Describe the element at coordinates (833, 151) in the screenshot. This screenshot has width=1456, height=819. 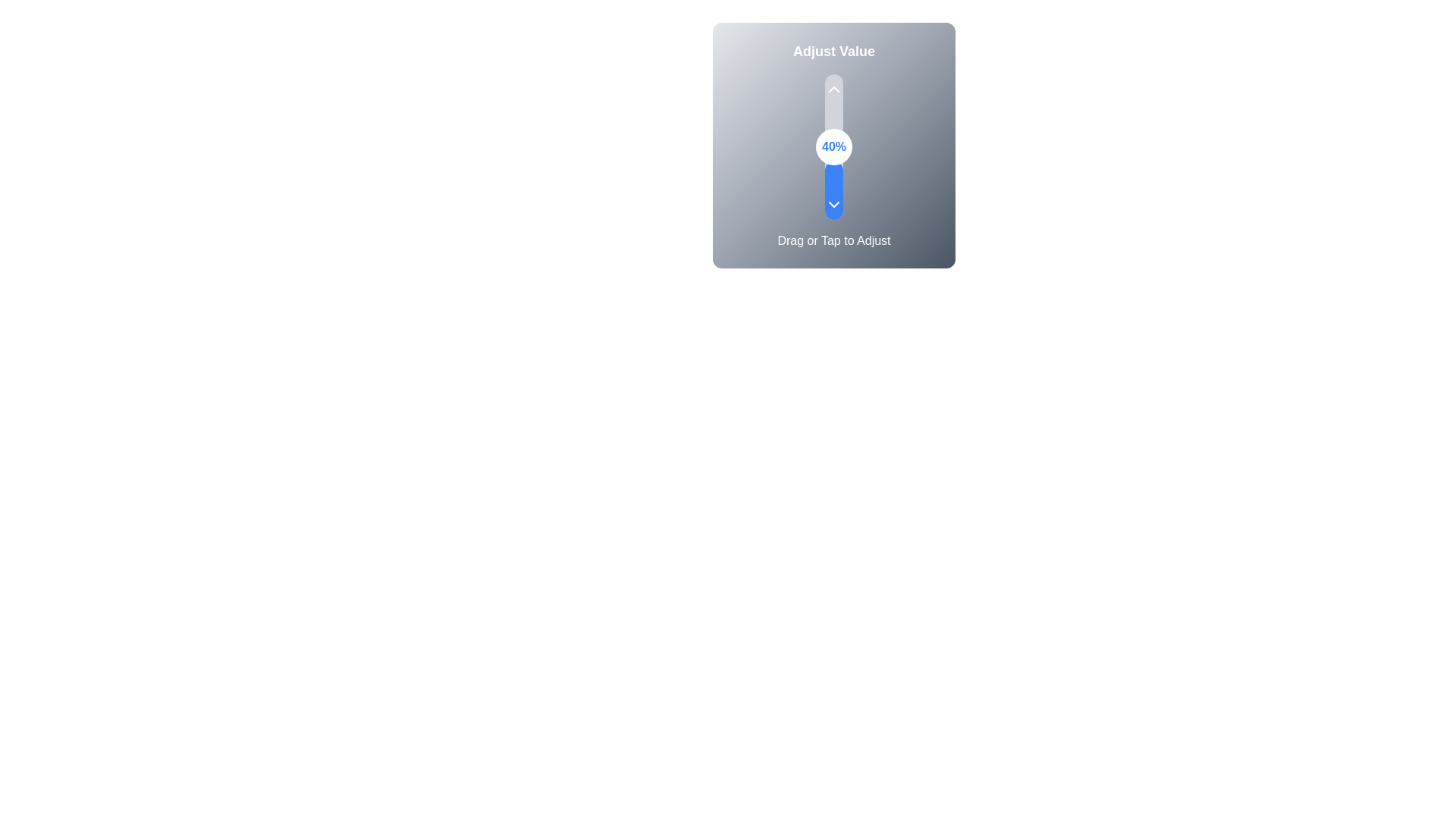
I see `the slider value` at that location.